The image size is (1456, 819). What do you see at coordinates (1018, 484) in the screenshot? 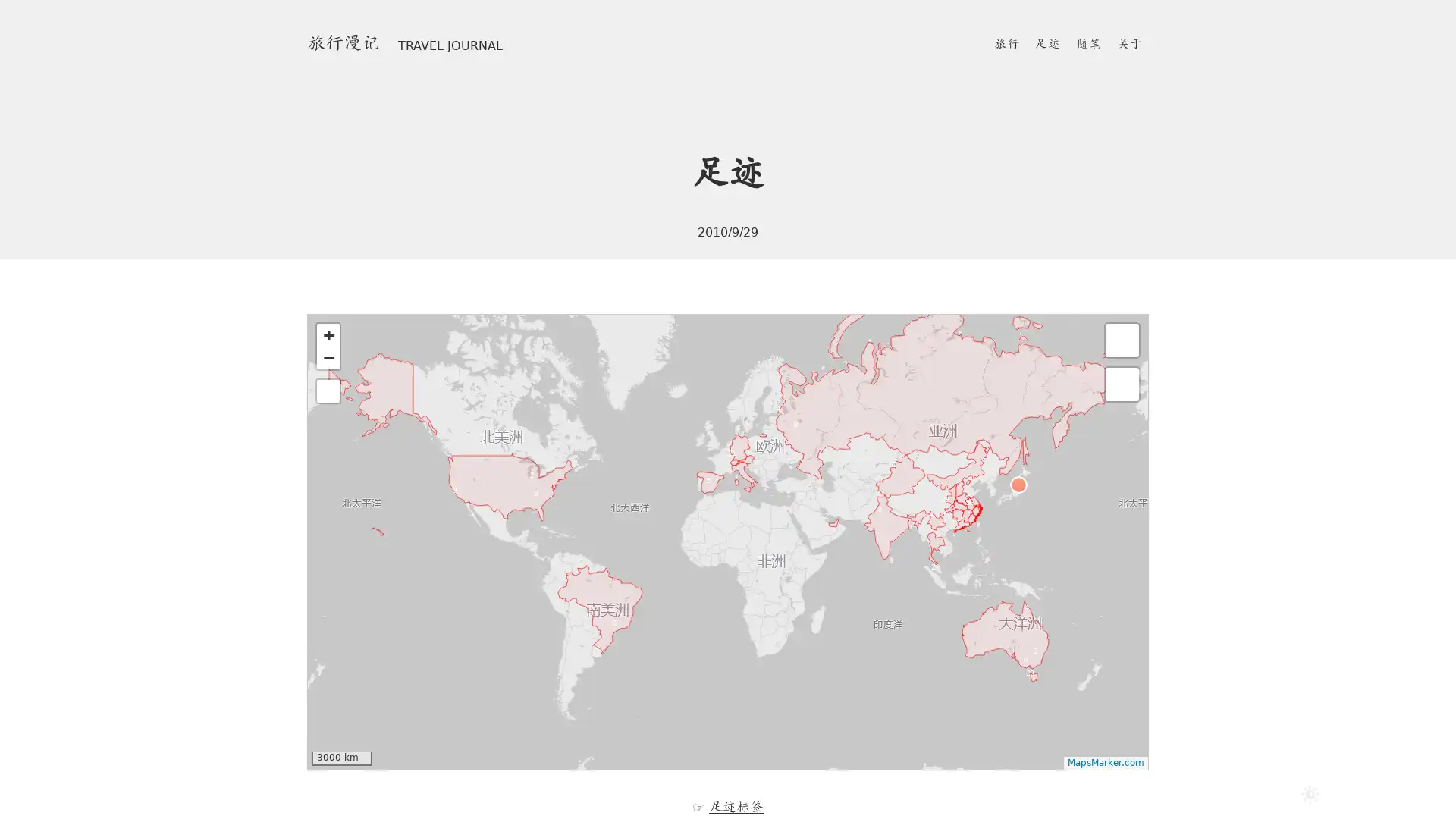
I see `Marker` at bounding box center [1018, 484].